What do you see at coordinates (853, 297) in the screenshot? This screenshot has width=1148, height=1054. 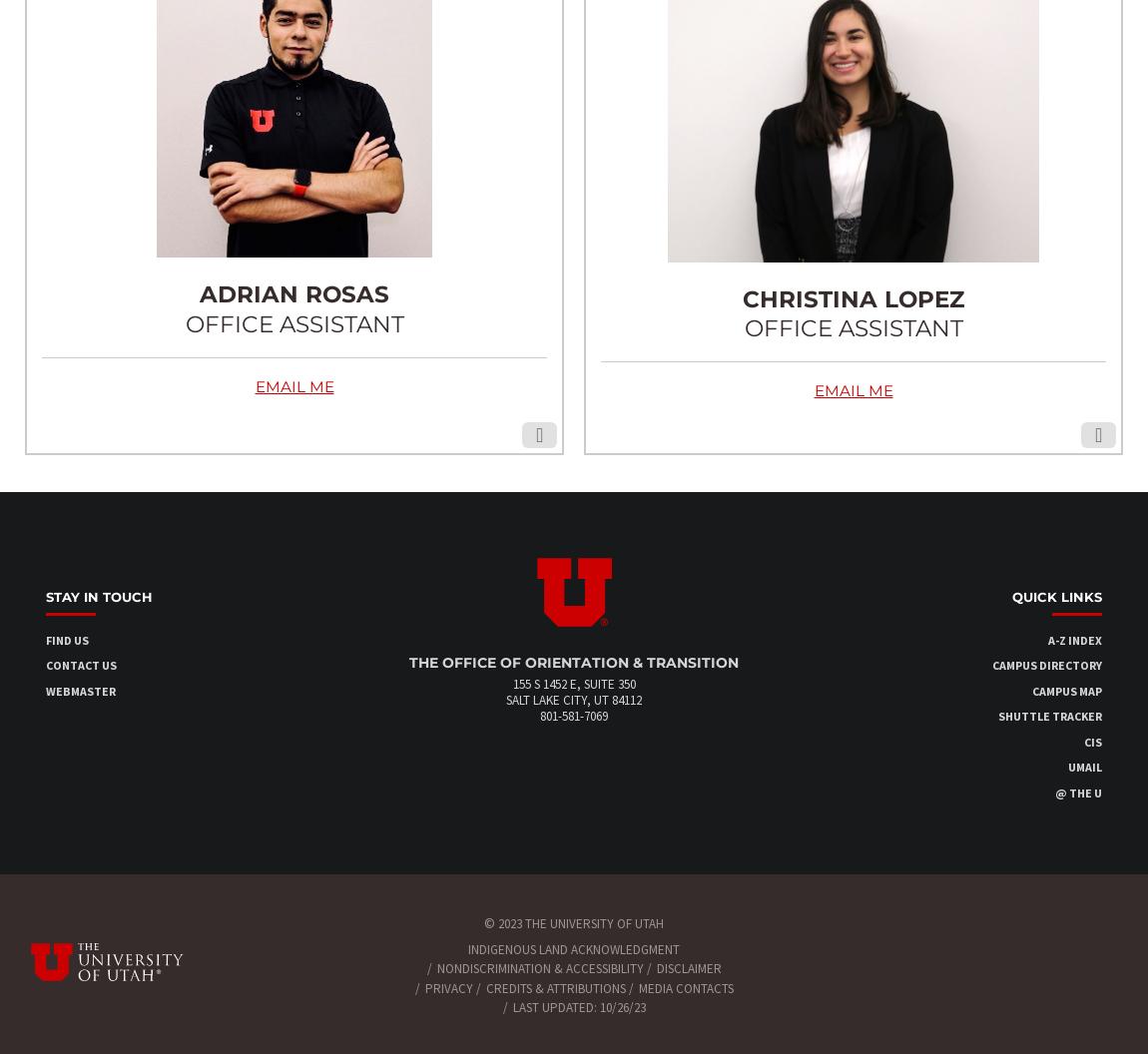 I see `'CHRISTINA LOPEZ'` at bounding box center [853, 297].